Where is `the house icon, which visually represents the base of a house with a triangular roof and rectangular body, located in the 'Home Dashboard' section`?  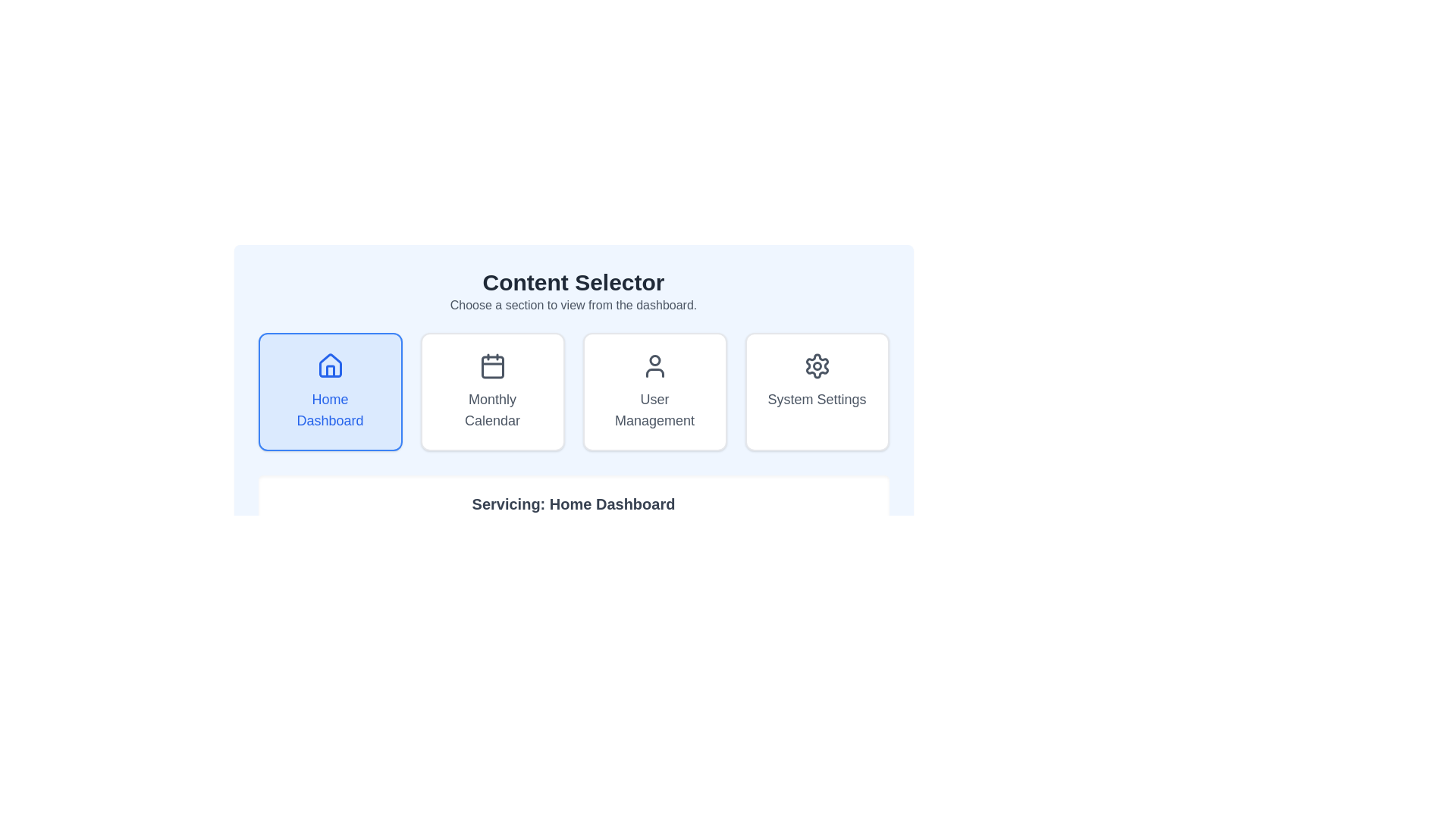 the house icon, which visually represents the base of a house with a triangular roof and rectangular body, located in the 'Home Dashboard' section is located at coordinates (329, 366).